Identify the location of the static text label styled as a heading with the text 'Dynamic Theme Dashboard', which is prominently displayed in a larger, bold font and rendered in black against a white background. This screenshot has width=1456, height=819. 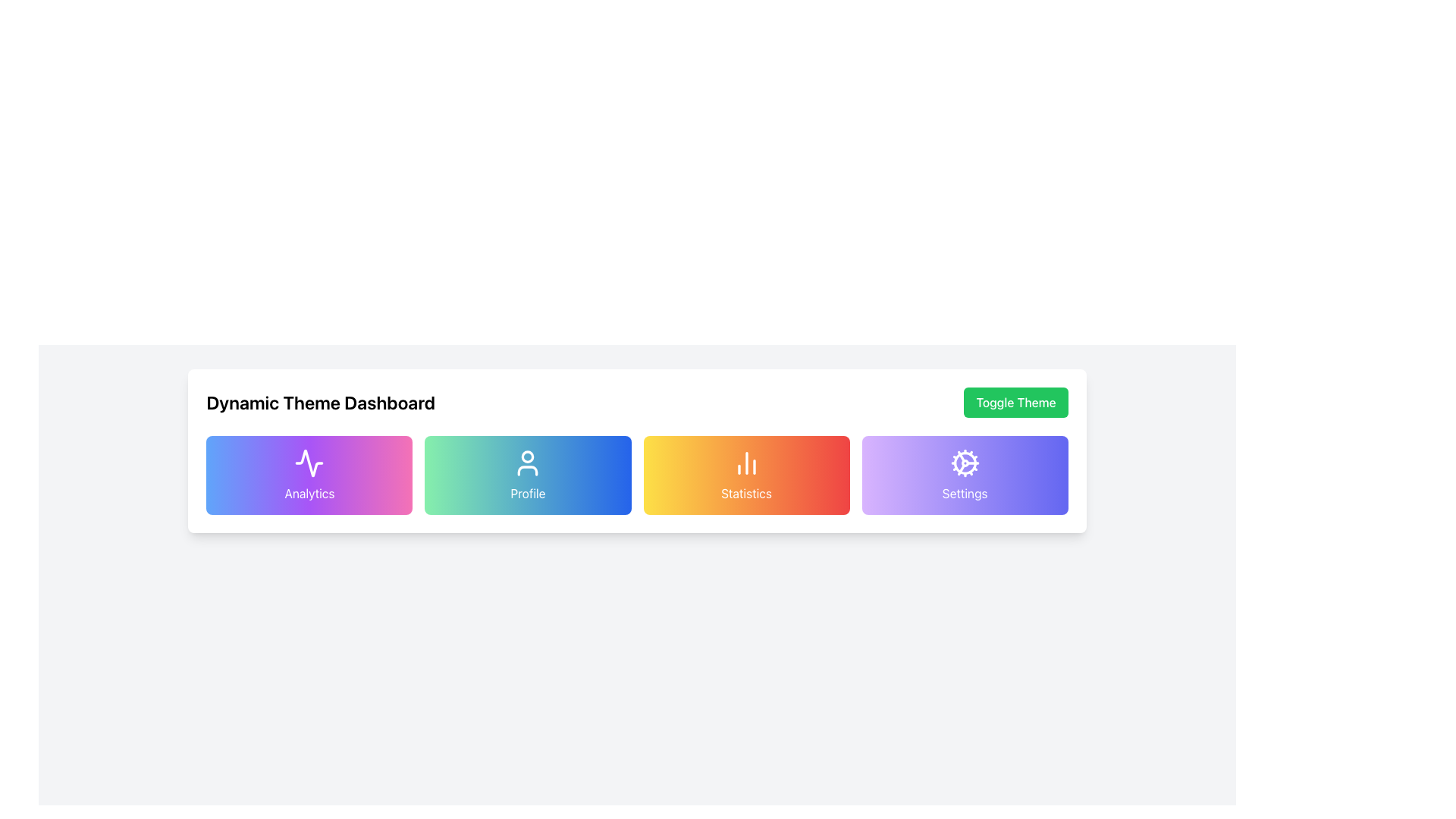
(320, 402).